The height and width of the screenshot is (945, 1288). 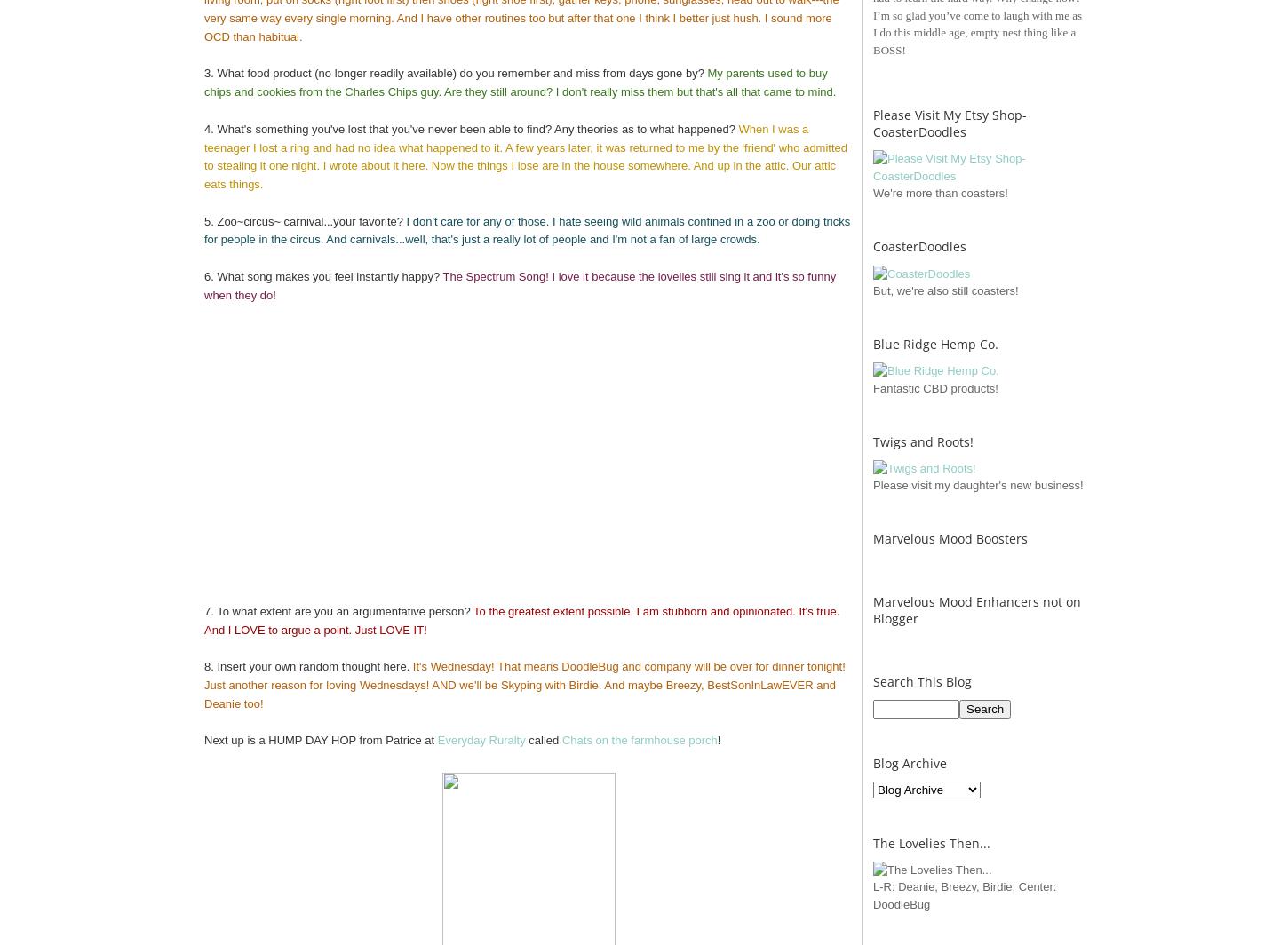 I want to click on 'Search This Blog', so click(x=922, y=681).